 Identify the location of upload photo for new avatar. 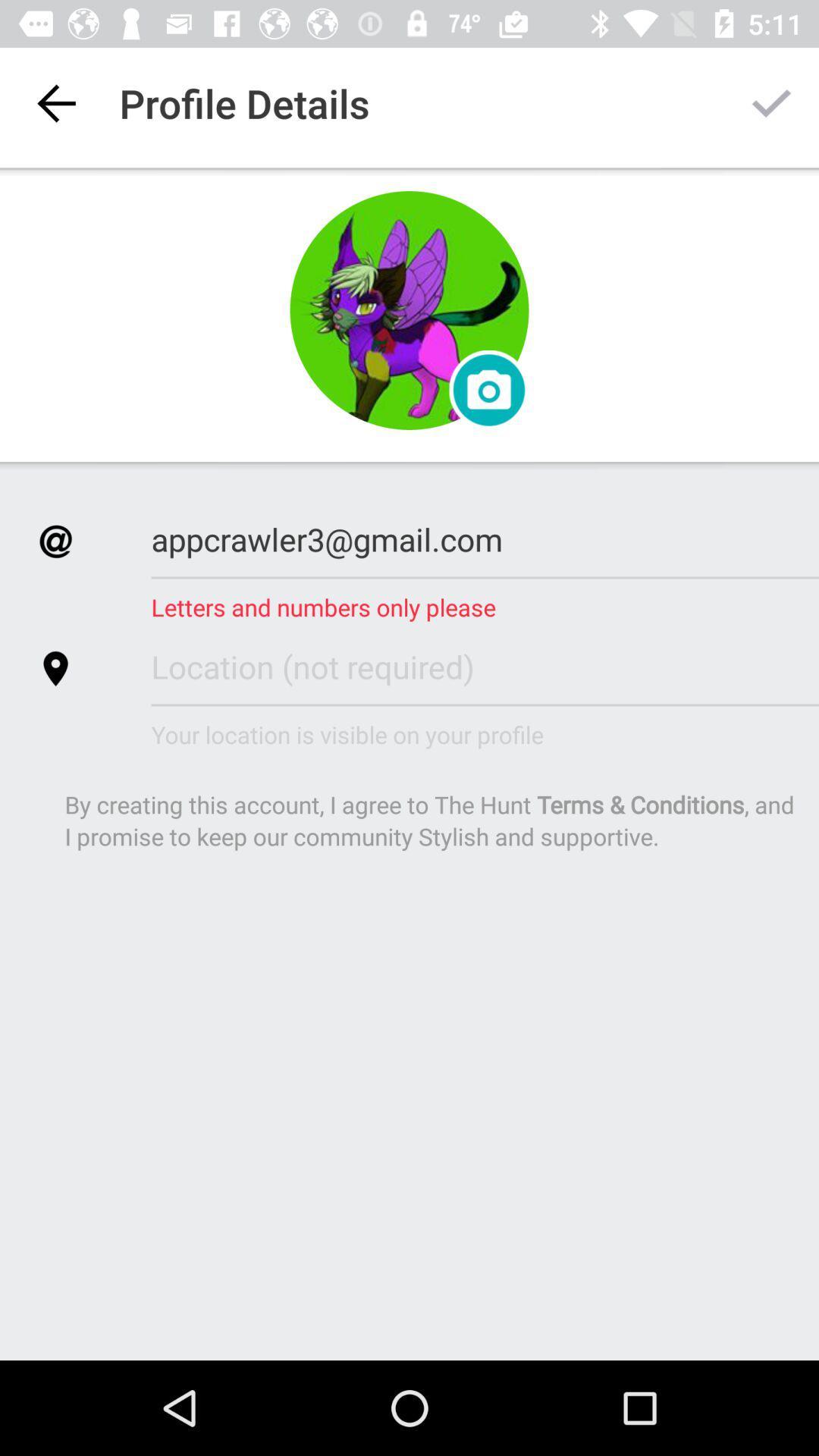
(488, 390).